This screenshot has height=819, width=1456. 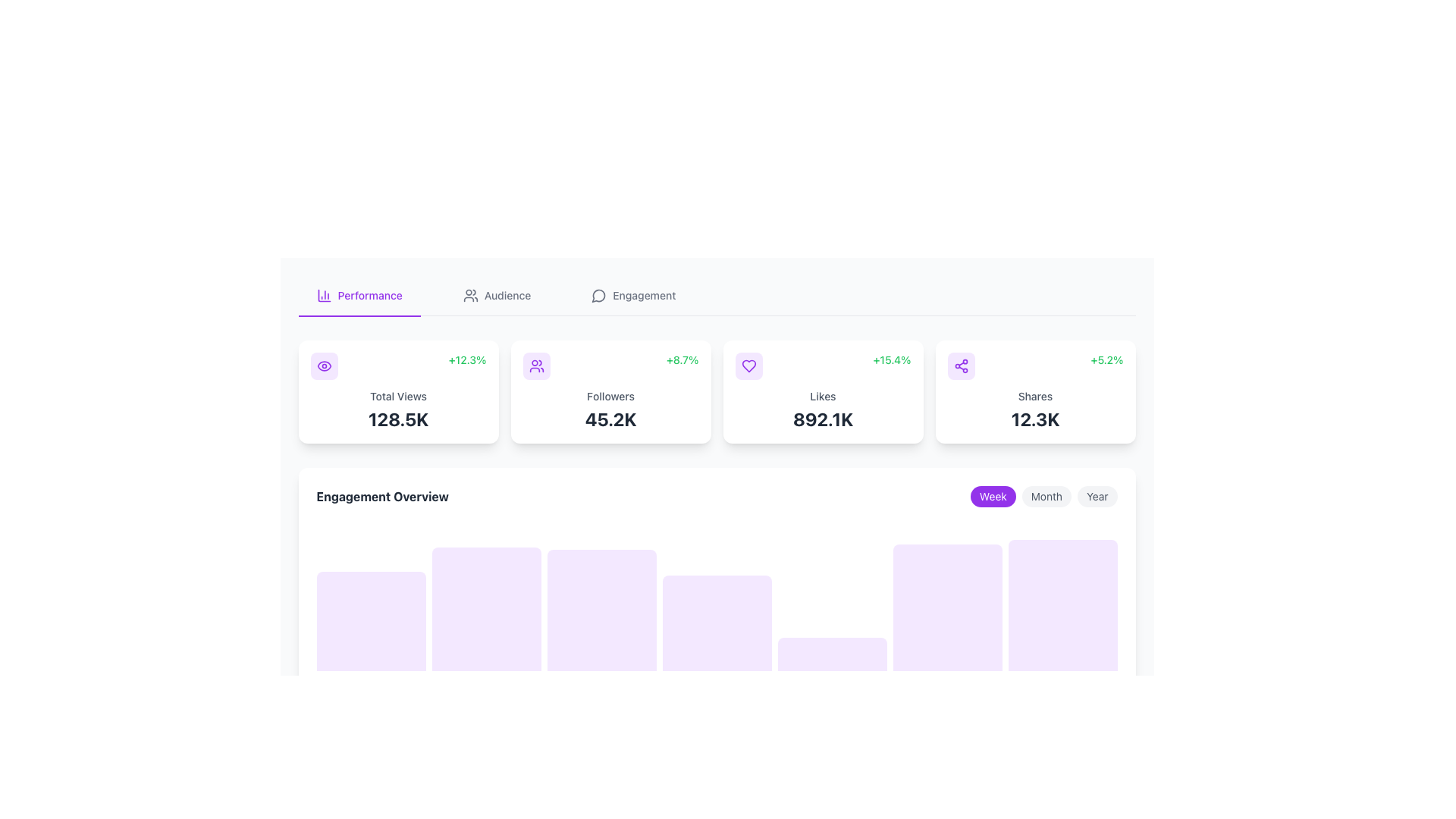 I want to click on the 'Engagement' tab, which is the third tab in the horizontal navigation list, so click(x=633, y=295).